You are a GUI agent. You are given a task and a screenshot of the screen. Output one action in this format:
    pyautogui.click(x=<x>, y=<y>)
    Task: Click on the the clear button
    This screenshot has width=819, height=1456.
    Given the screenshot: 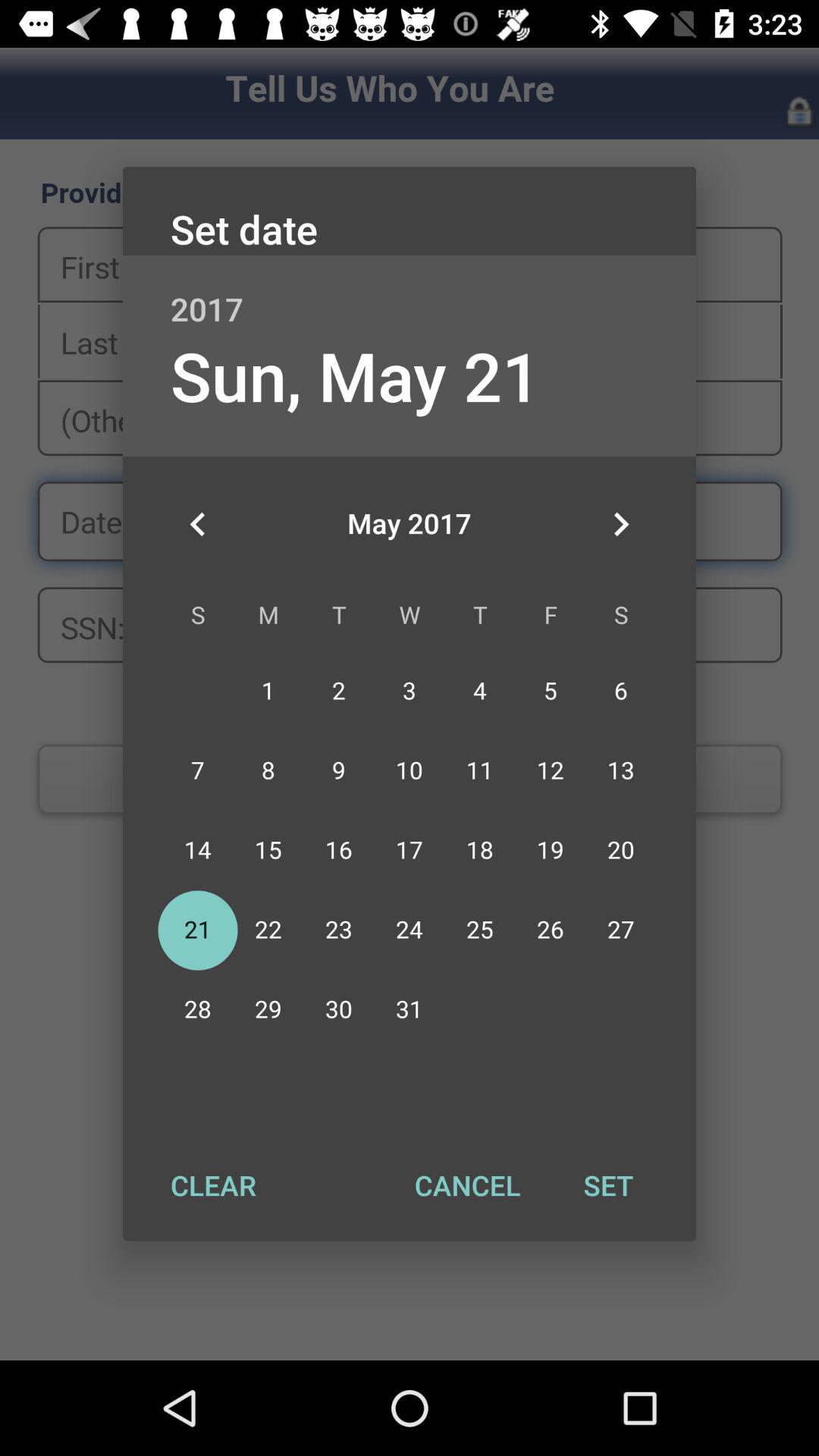 What is the action you would take?
    pyautogui.click(x=213, y=1185)
    